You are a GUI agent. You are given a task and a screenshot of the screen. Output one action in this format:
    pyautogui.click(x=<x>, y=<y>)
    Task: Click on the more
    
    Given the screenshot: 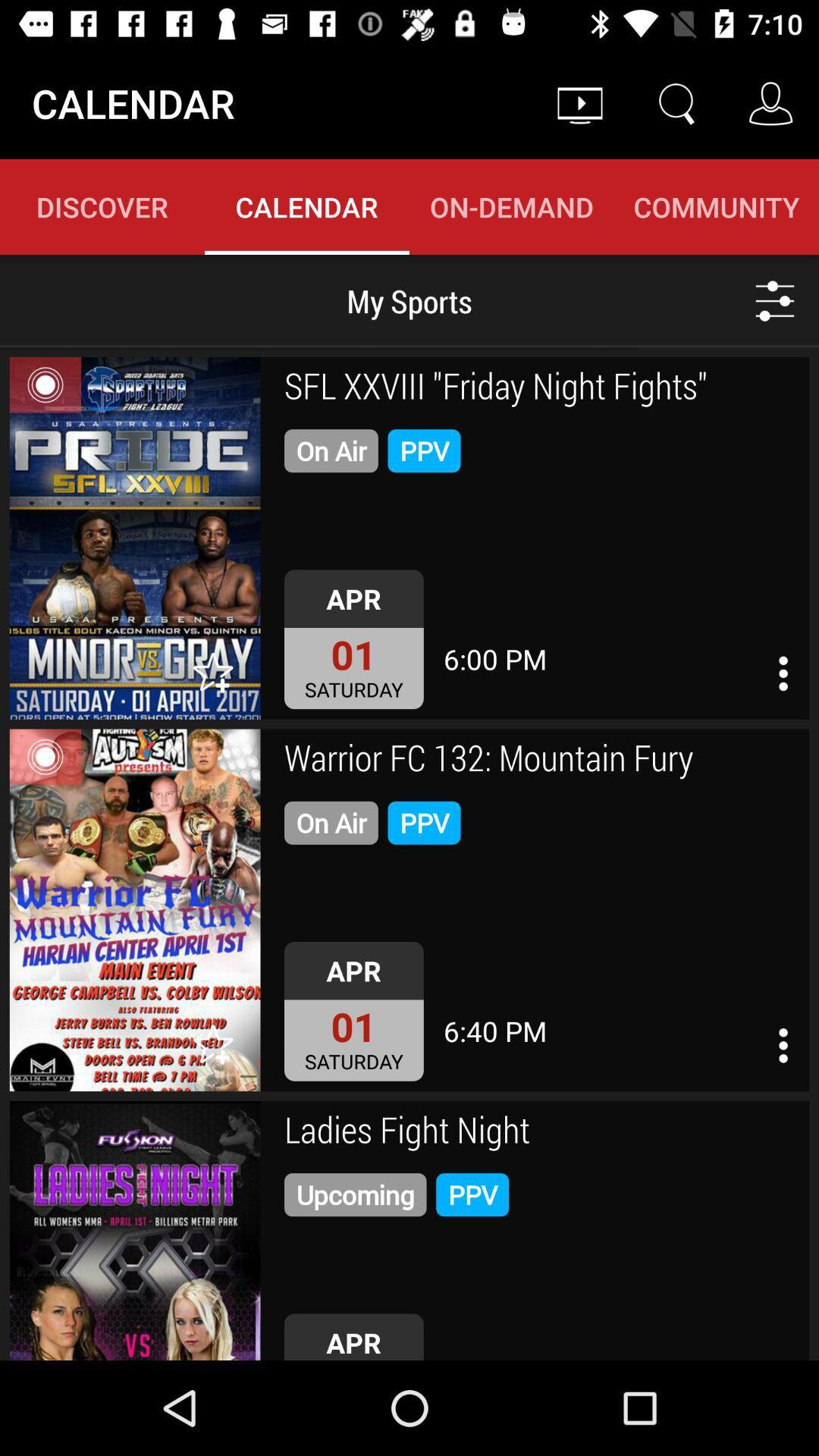 What is the action you would take?
    pyautogui.click(x=775, y=300)
    